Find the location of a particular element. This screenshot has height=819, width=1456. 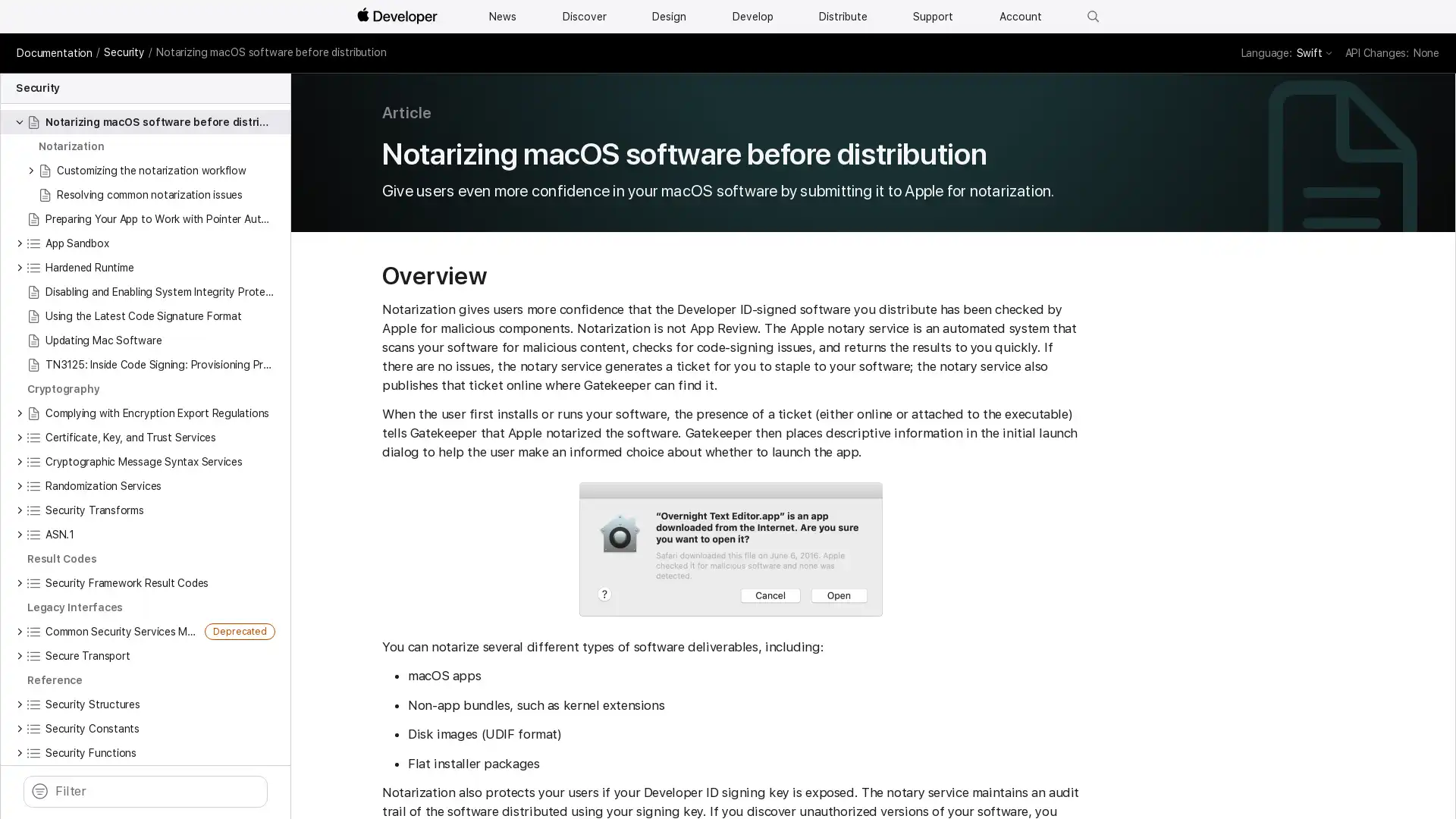

Security Constants is located at coordinates (17, 736).